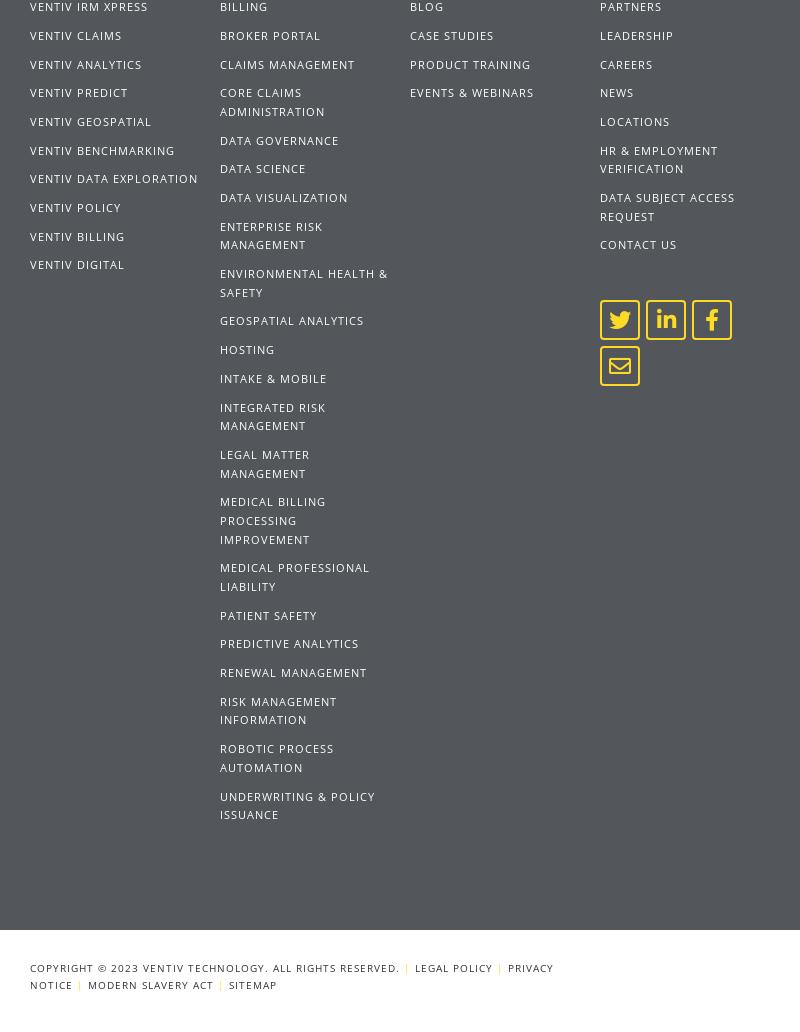 The width and height of the screenshot is (800, 1032). What do you see at coordinates (657, 158) in the screenshot?
I see `'HR & Employment Verification'` at bounding box center [657, 158].